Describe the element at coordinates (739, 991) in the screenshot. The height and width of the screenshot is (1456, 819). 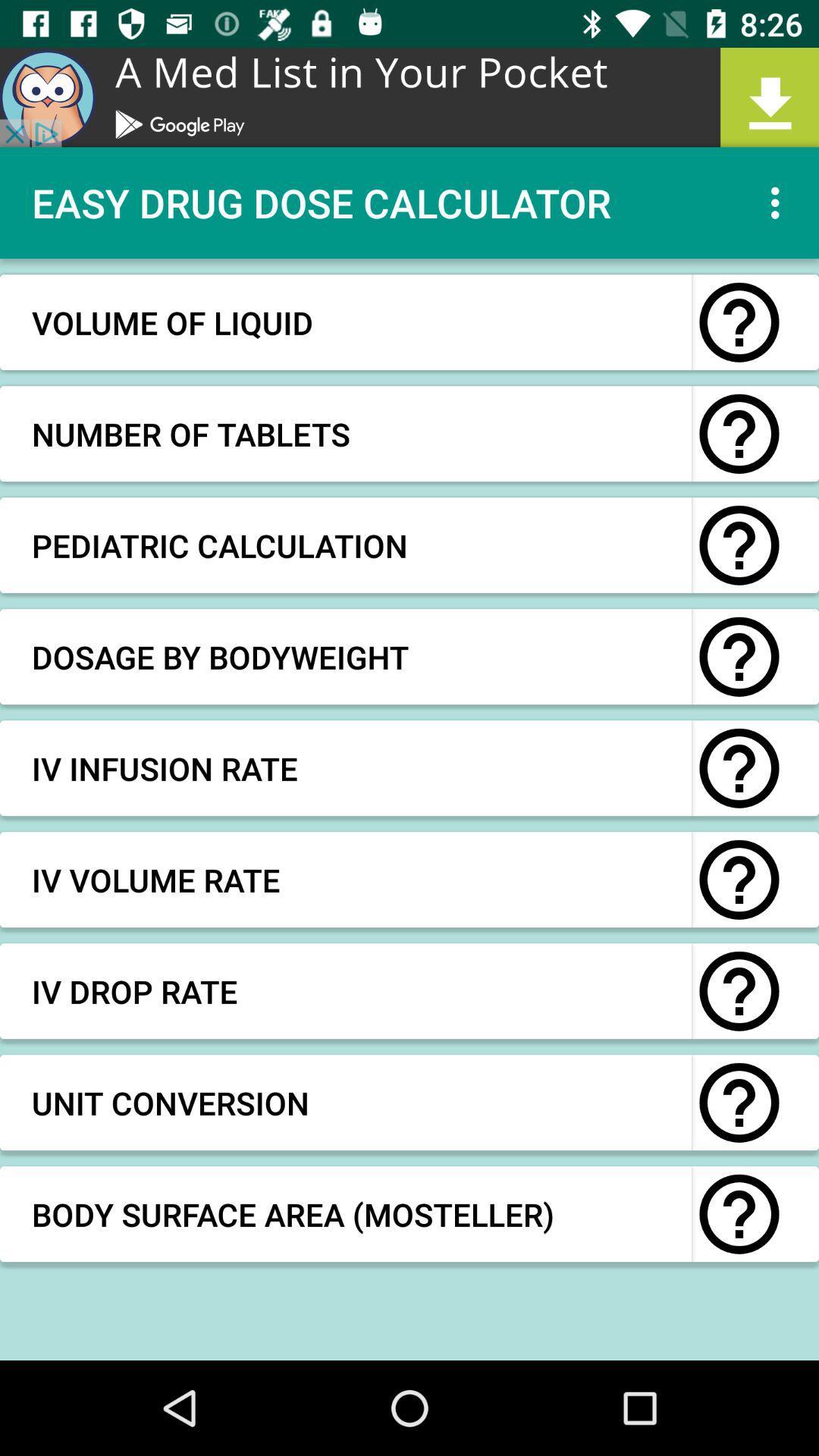
I see `symbol` at that location.